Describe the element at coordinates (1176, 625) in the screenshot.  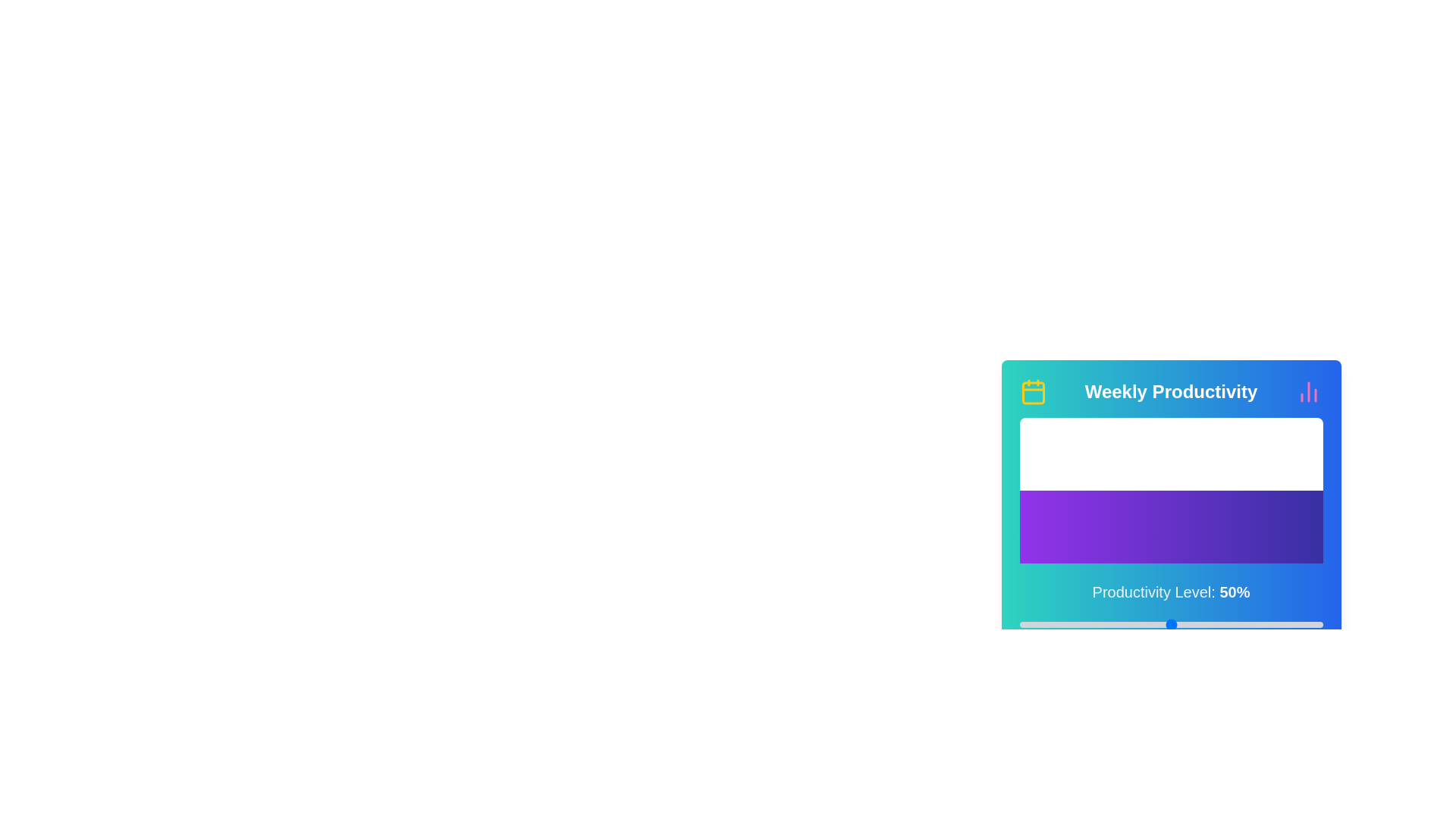
I see `the slider to set the productivity level to 52% and observe the visual representation update` at that location.